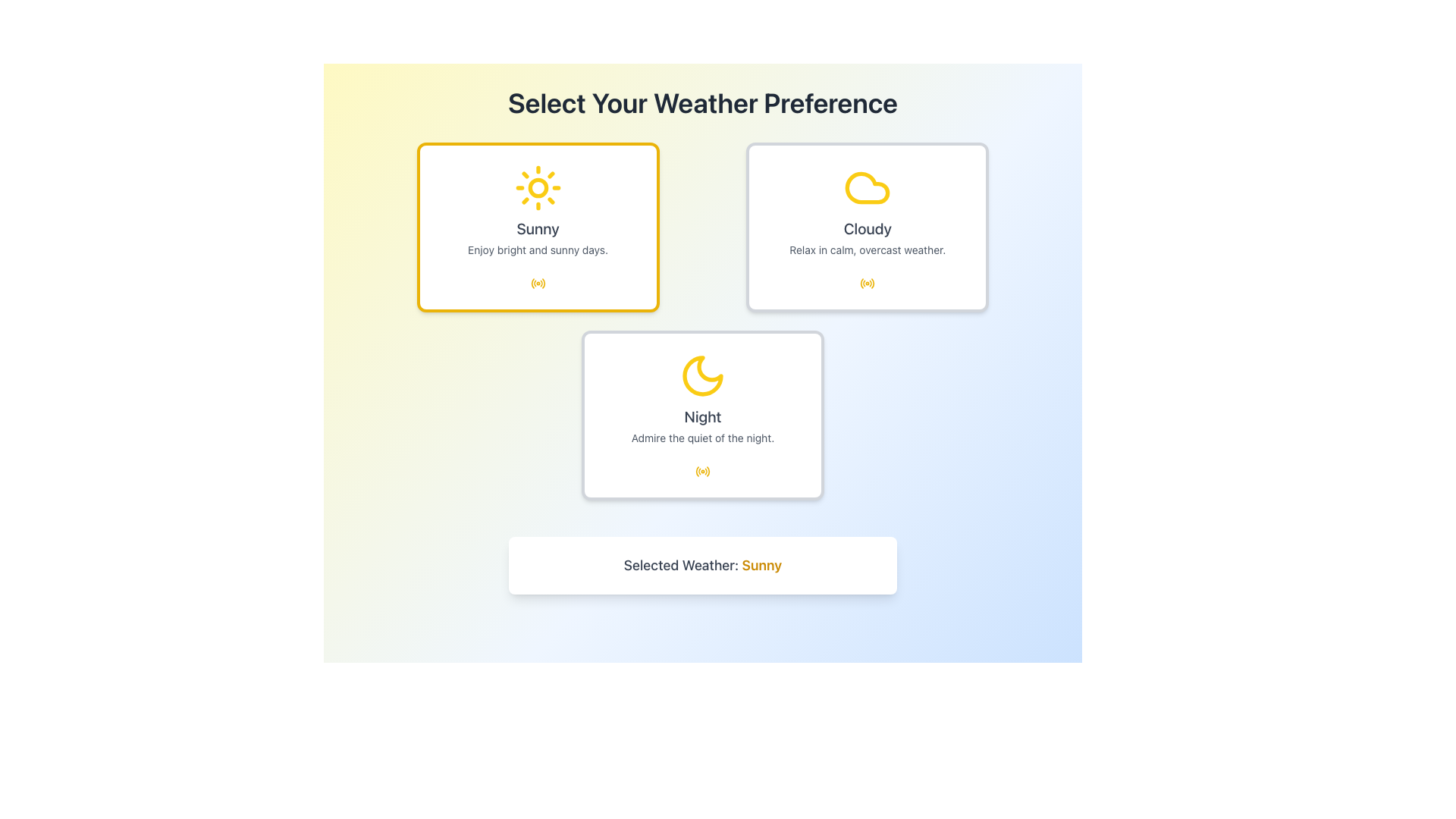  Describe the element at coordinates (701, 470) in the screenshot. I see `the selection indicator icon for the 'Night' option, which is located at the bottom center of the 'Night' card, following the text 'Admire the quiet of the night'` at that location.